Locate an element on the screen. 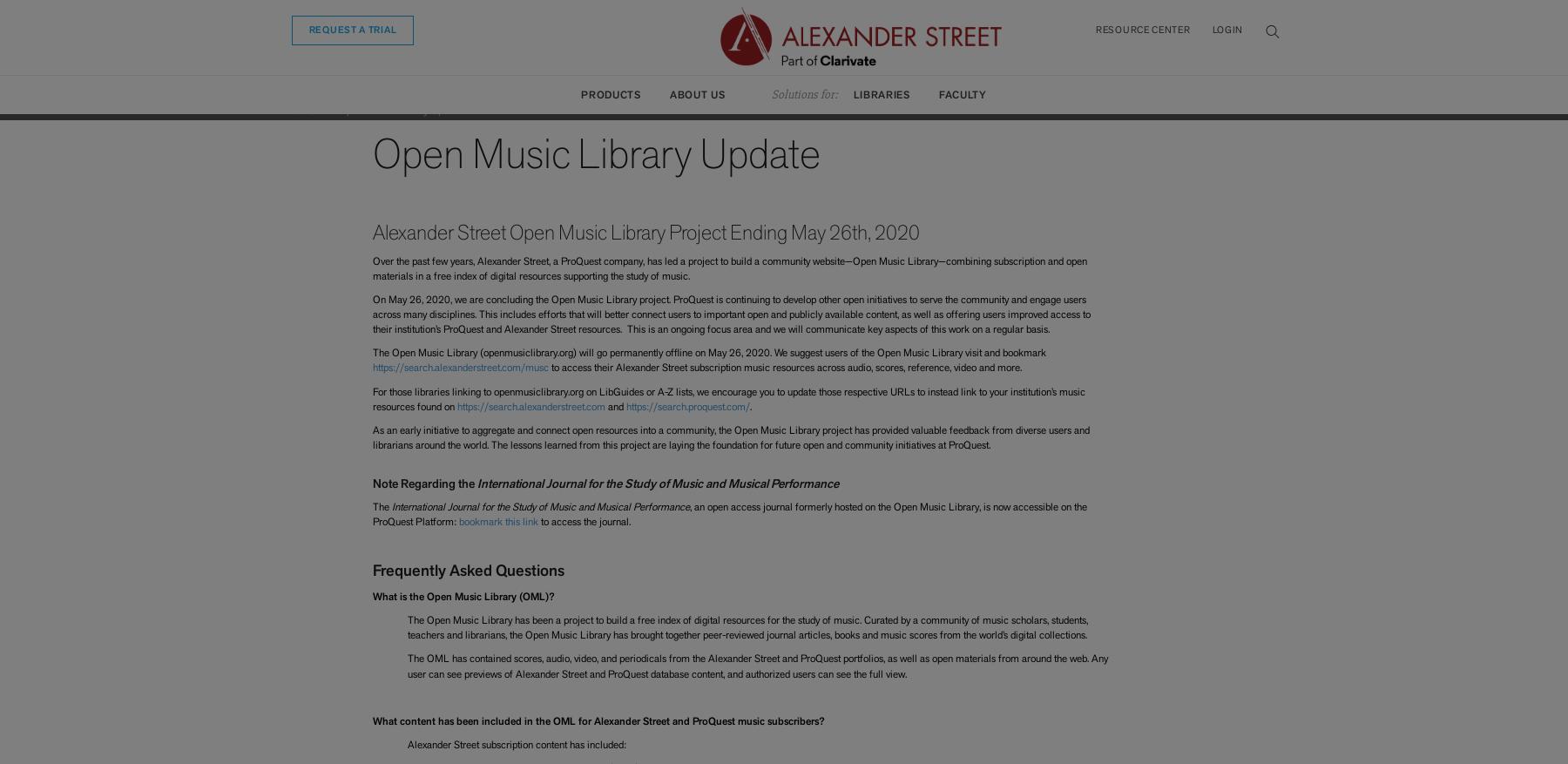  'Alexander Street subscription content has included:' is located at coordinates (405, 744).